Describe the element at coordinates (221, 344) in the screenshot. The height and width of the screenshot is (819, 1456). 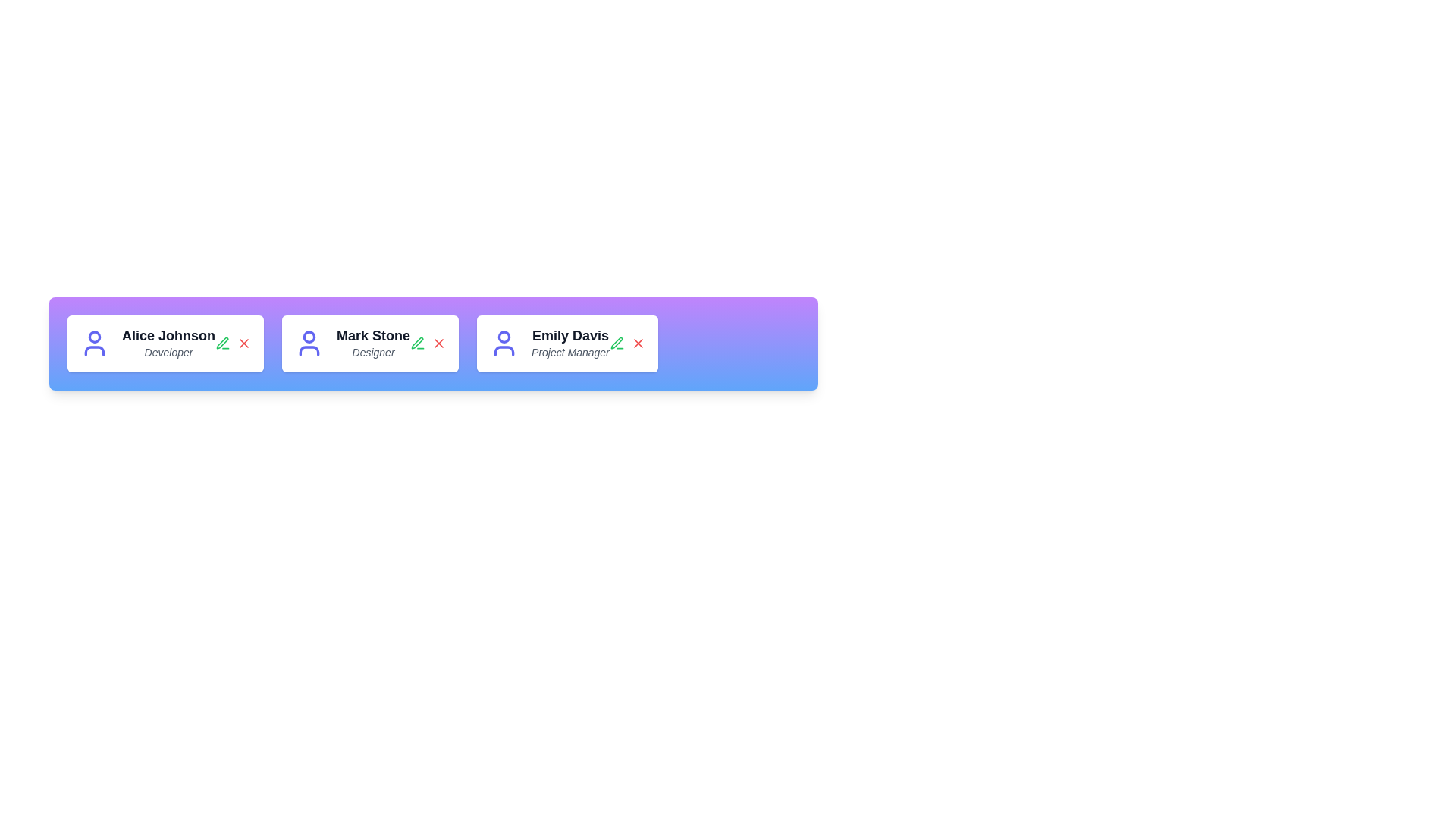
I see `edit icon for the profile card of Alice Johnson` at that location.